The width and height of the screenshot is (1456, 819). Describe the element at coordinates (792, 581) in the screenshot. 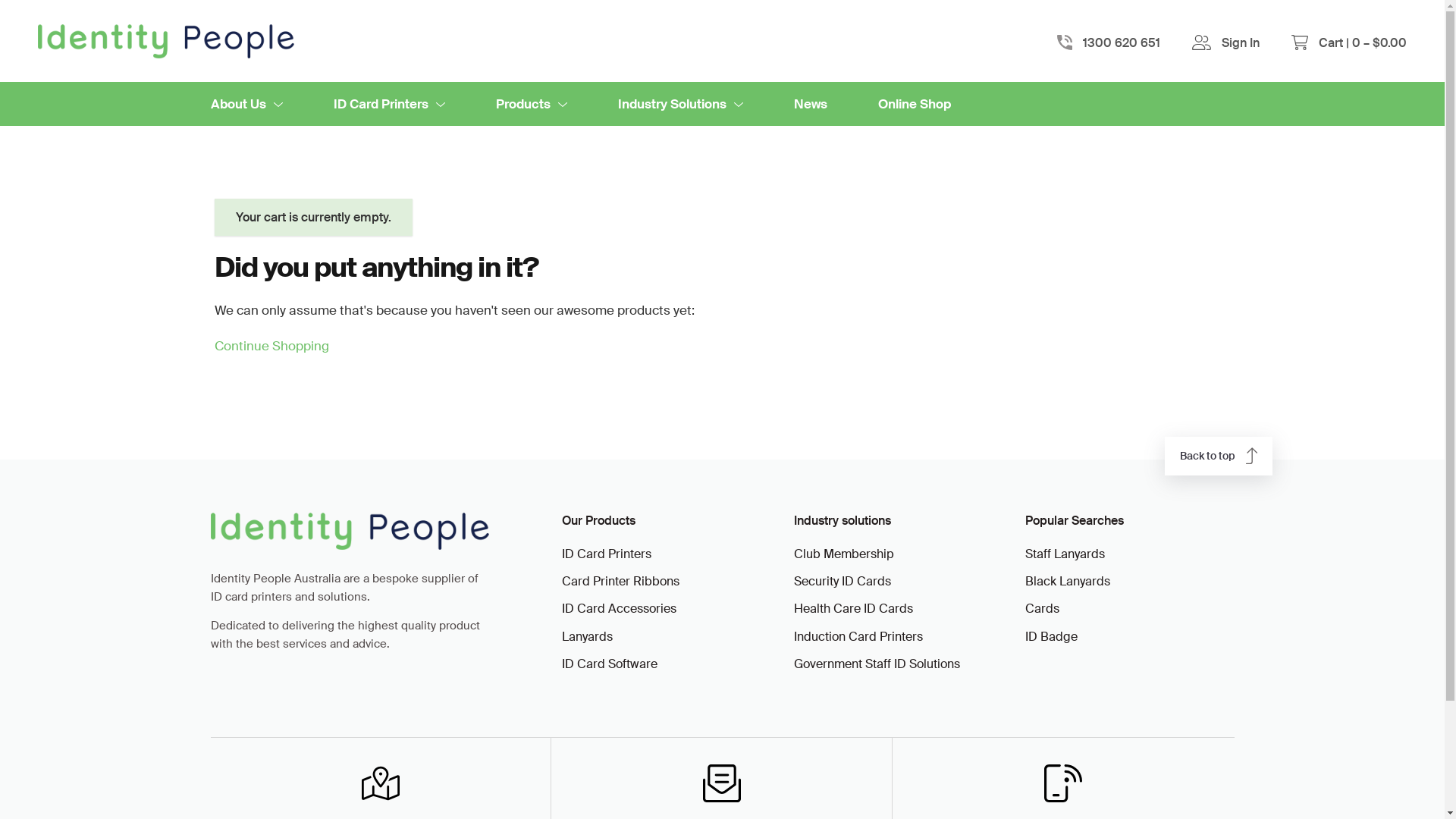

I see `'Security ID Cards'` at that location.